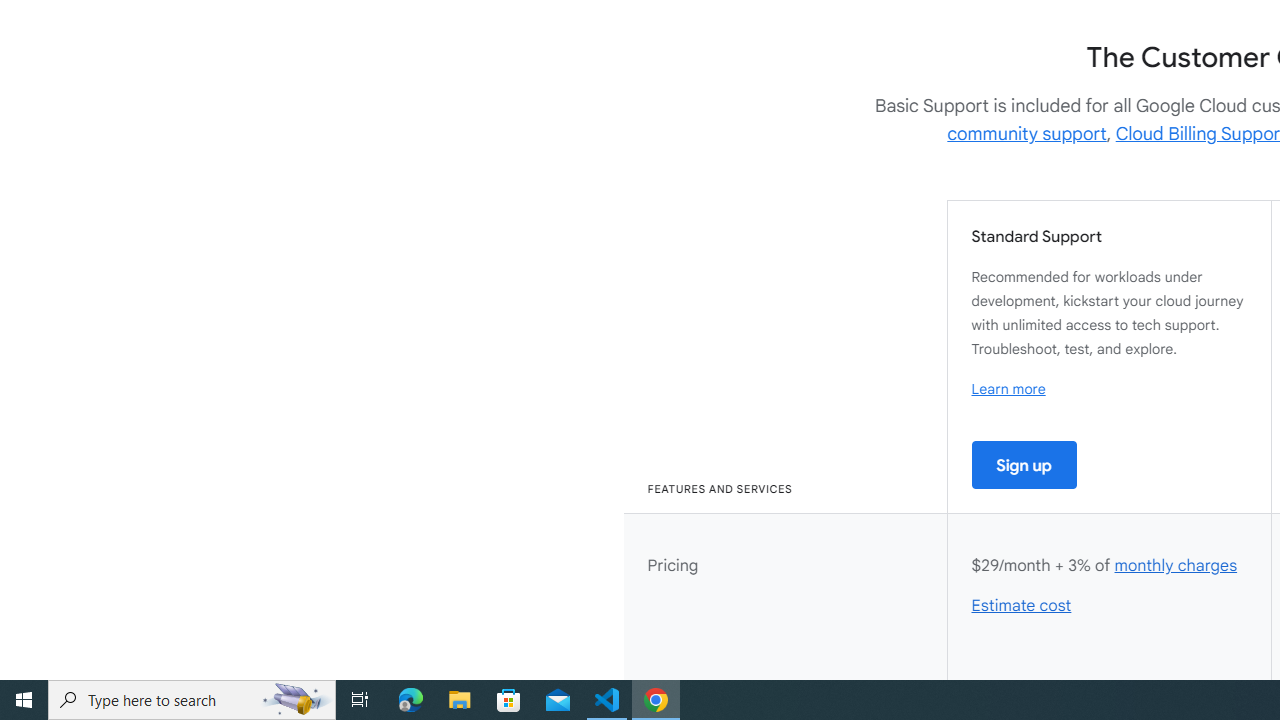 This screenshot has height=720, width=1280. What do you see at coordinates (1024, 464) in the screenshot?
I see `'Sign up'` at bounding box center [1024, 464].